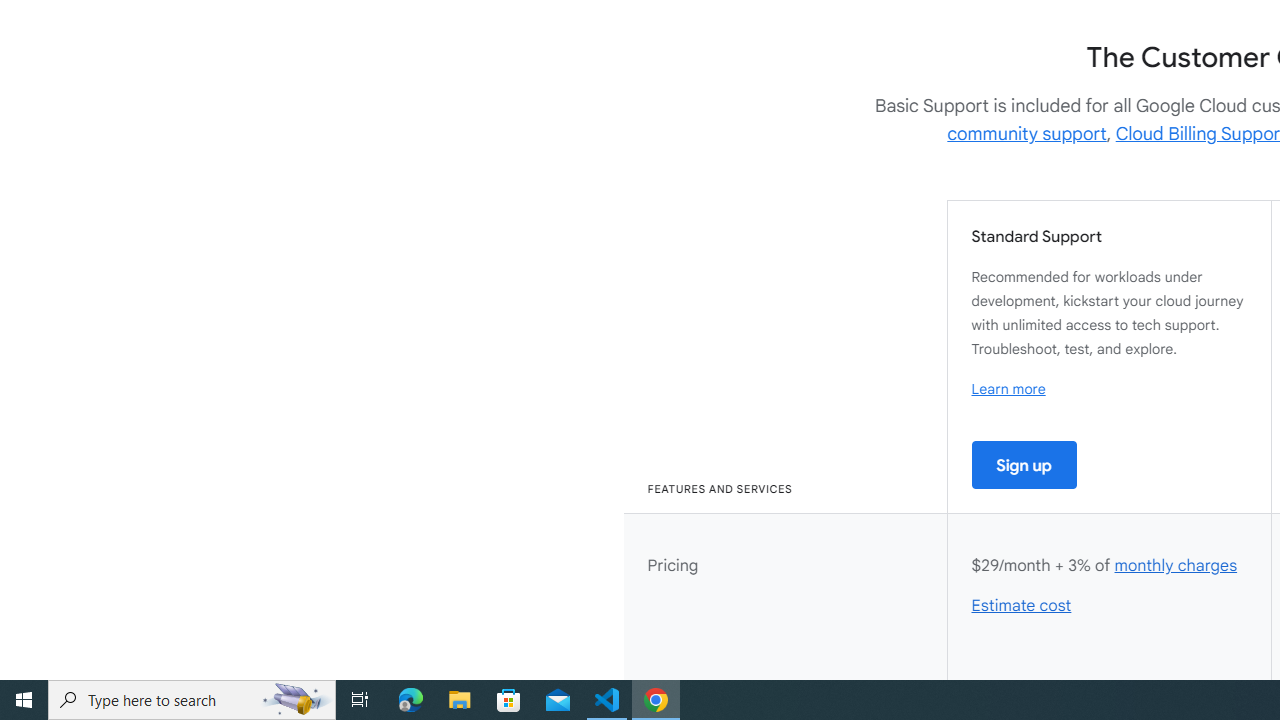 This screenshot has height=720, width=1280. What do you see at coordinates (1024, 464) in the screenshot?
I see `'Sign up'` at bounding box center [1024, 464].